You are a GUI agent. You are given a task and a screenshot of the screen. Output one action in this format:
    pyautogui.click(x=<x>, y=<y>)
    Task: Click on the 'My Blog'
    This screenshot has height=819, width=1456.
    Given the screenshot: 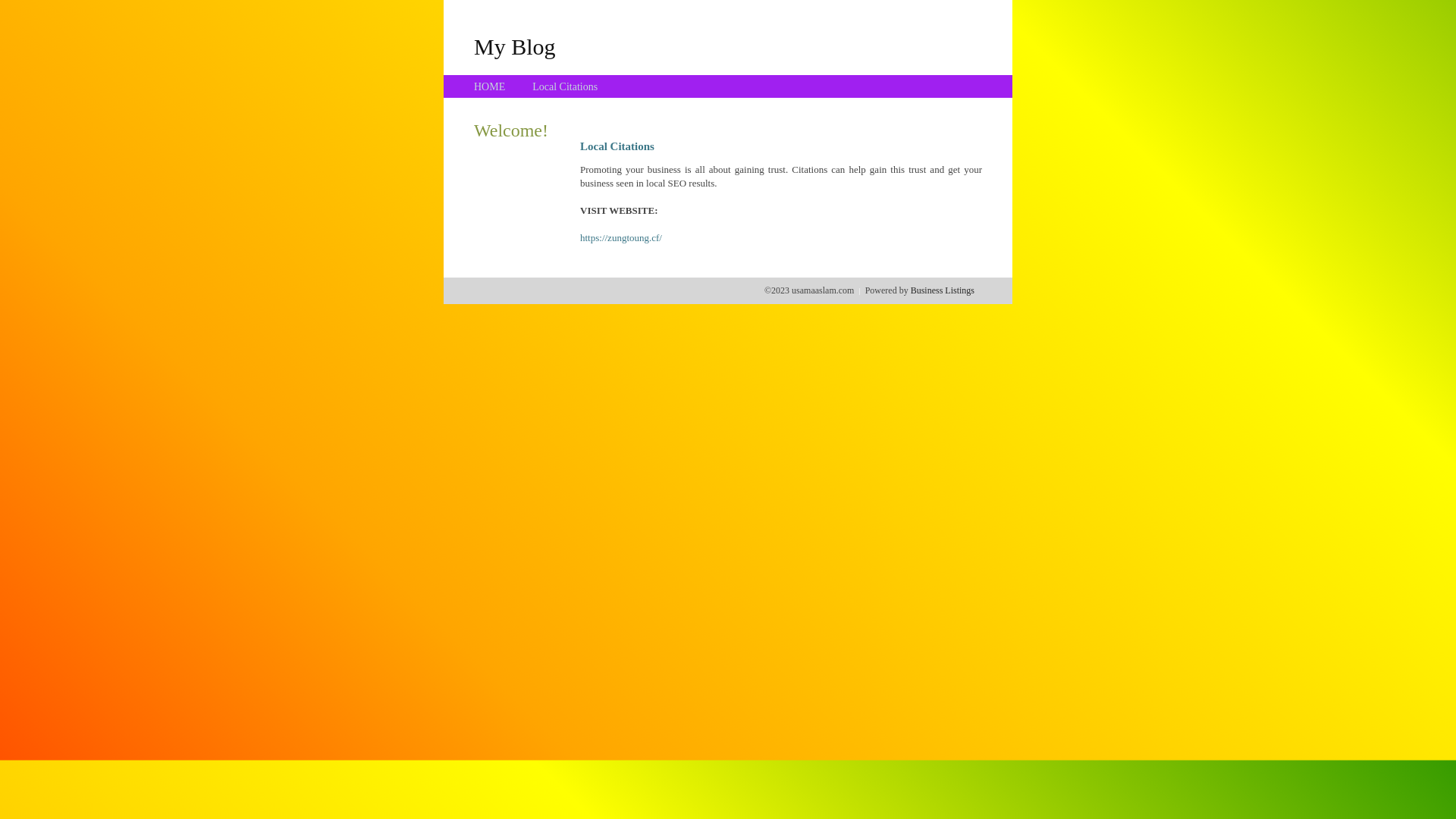 What is the action you would take?
    pyautogui.click(x=514, y=45)
    